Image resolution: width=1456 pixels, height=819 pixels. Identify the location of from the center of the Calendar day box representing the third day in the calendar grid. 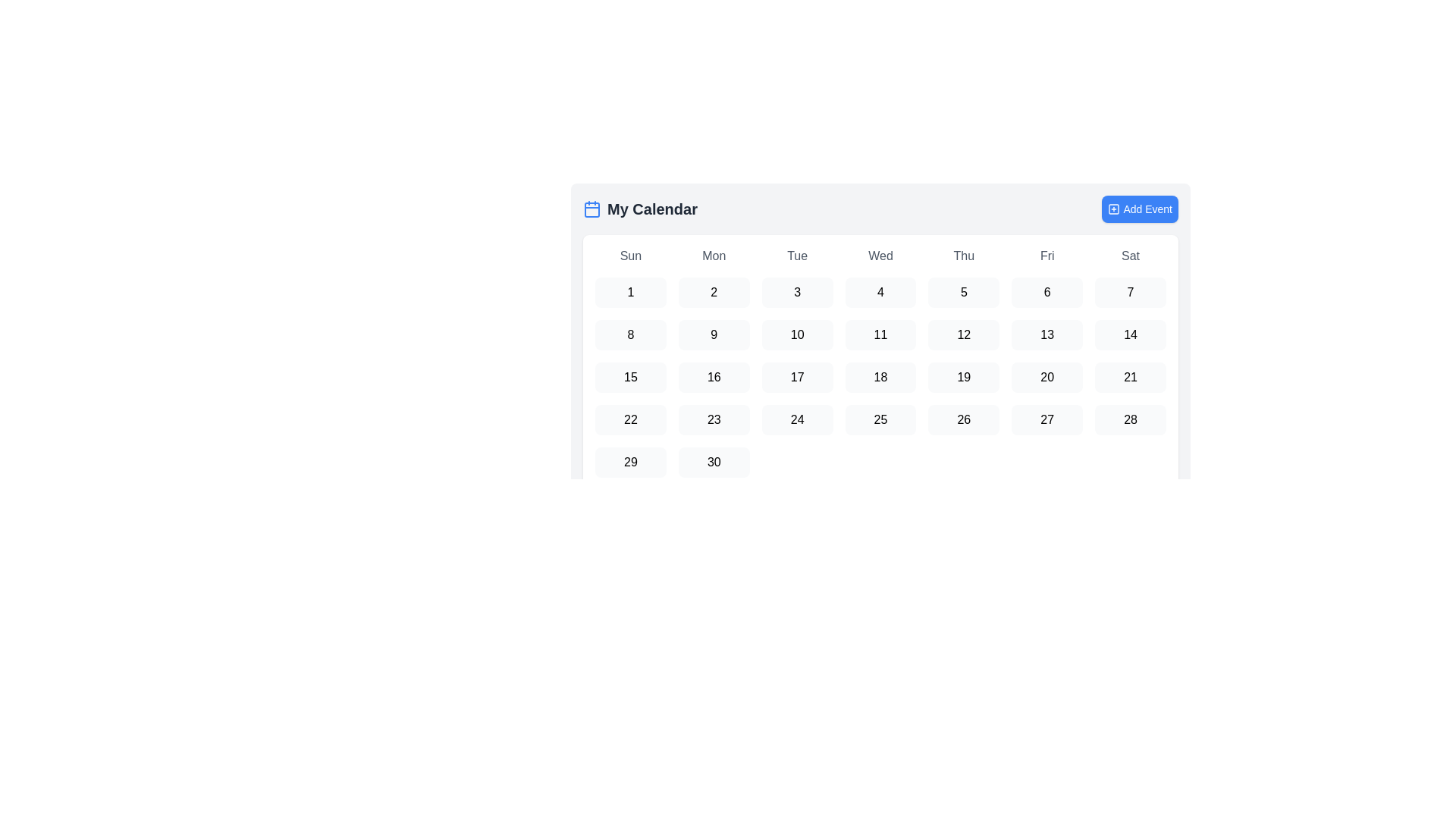
(796, 292).